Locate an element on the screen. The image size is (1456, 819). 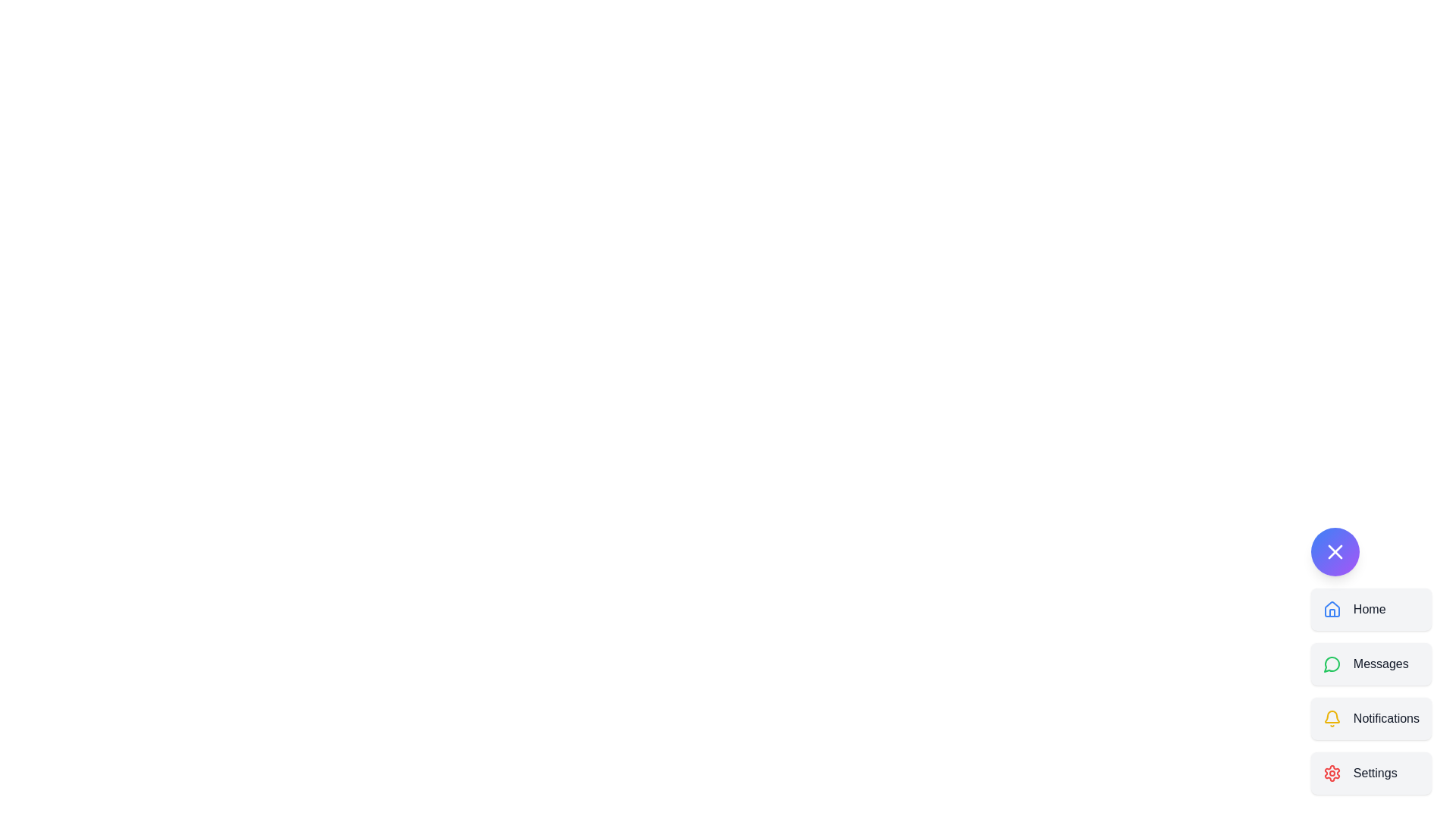
the 'Home' text label which is located within the first button of a vertical list of interactive elements, positioned to the right of a house-shaped icon is located at coordinates (1370, 608).